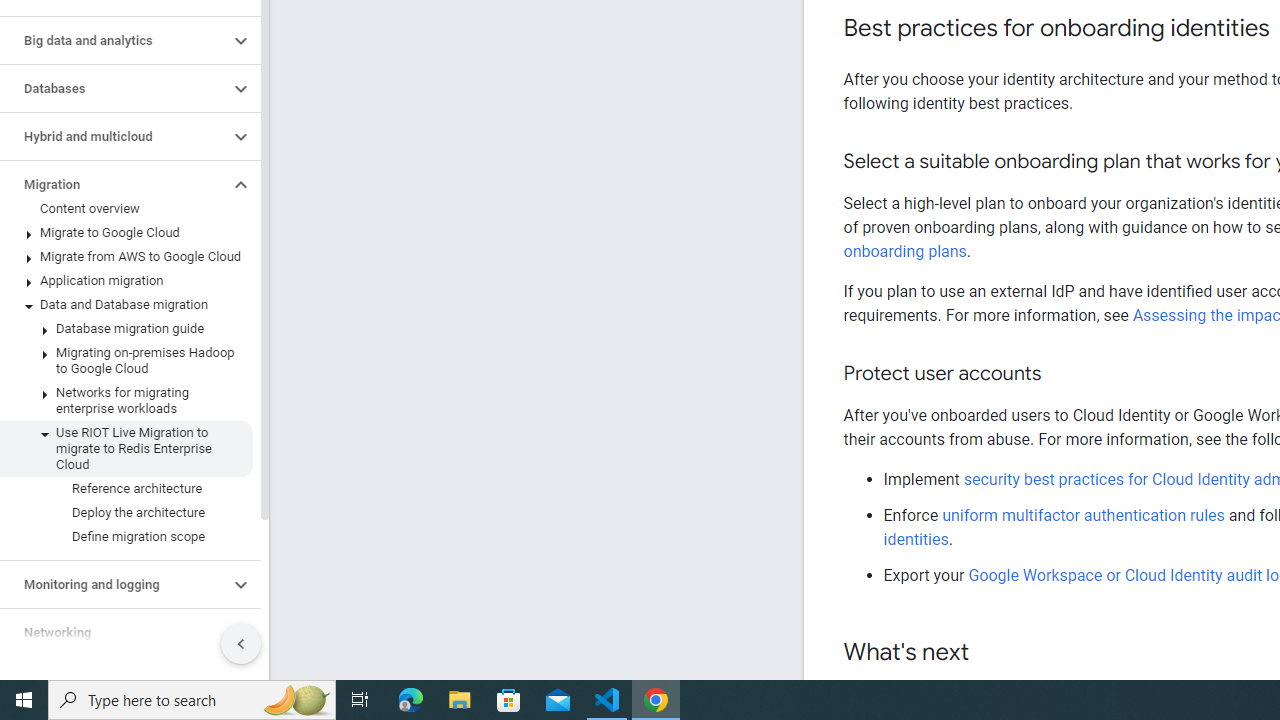  What do you see at coordinates (989, 653) in the screenshot?
I see `'Copy link to this section: What'` at bounding box center [989, 653].